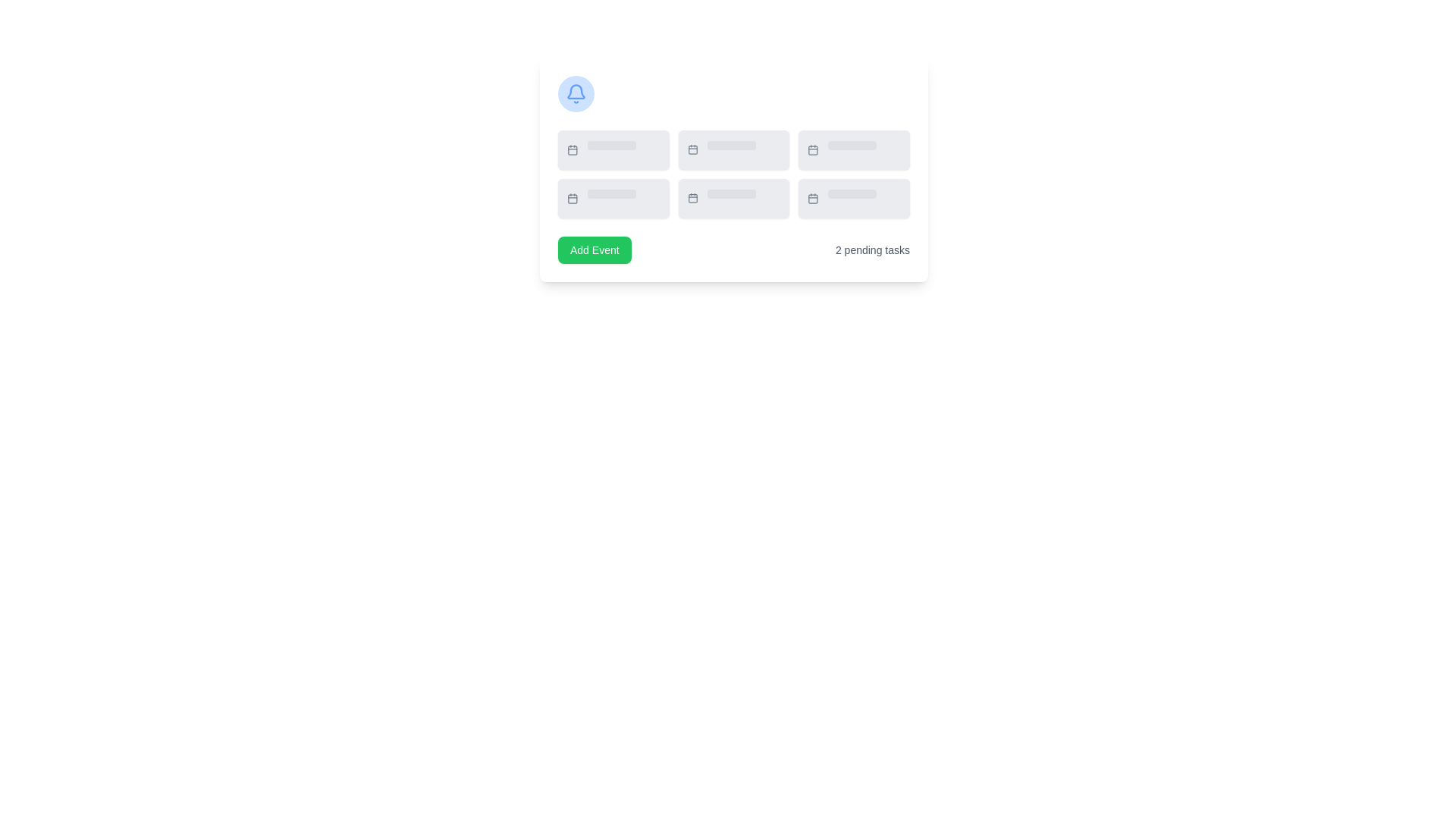 The width and height of the screenshot is (1456, 819). What do you see at coordinates (873, 249) in the screenshot?
I see `the informational Text Label that indicates the count of pending tasks, located to the right of the 'Add Event' button in the bottom-right area of a card-like structure` at bounding box center [873, 249].